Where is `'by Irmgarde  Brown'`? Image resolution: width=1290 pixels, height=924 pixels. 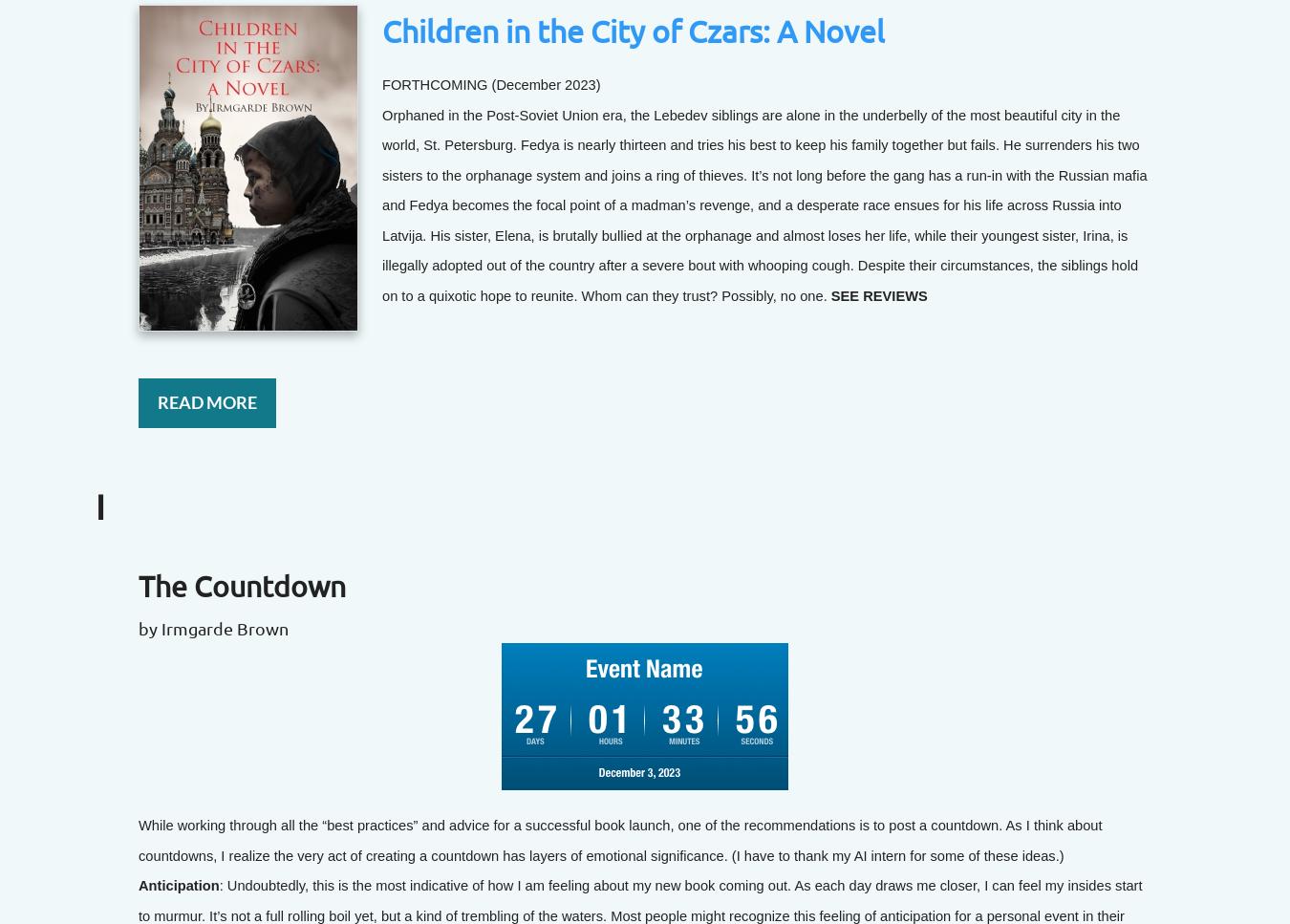 'by Irmgarde  Brown' is located at coordinates (213, 626).